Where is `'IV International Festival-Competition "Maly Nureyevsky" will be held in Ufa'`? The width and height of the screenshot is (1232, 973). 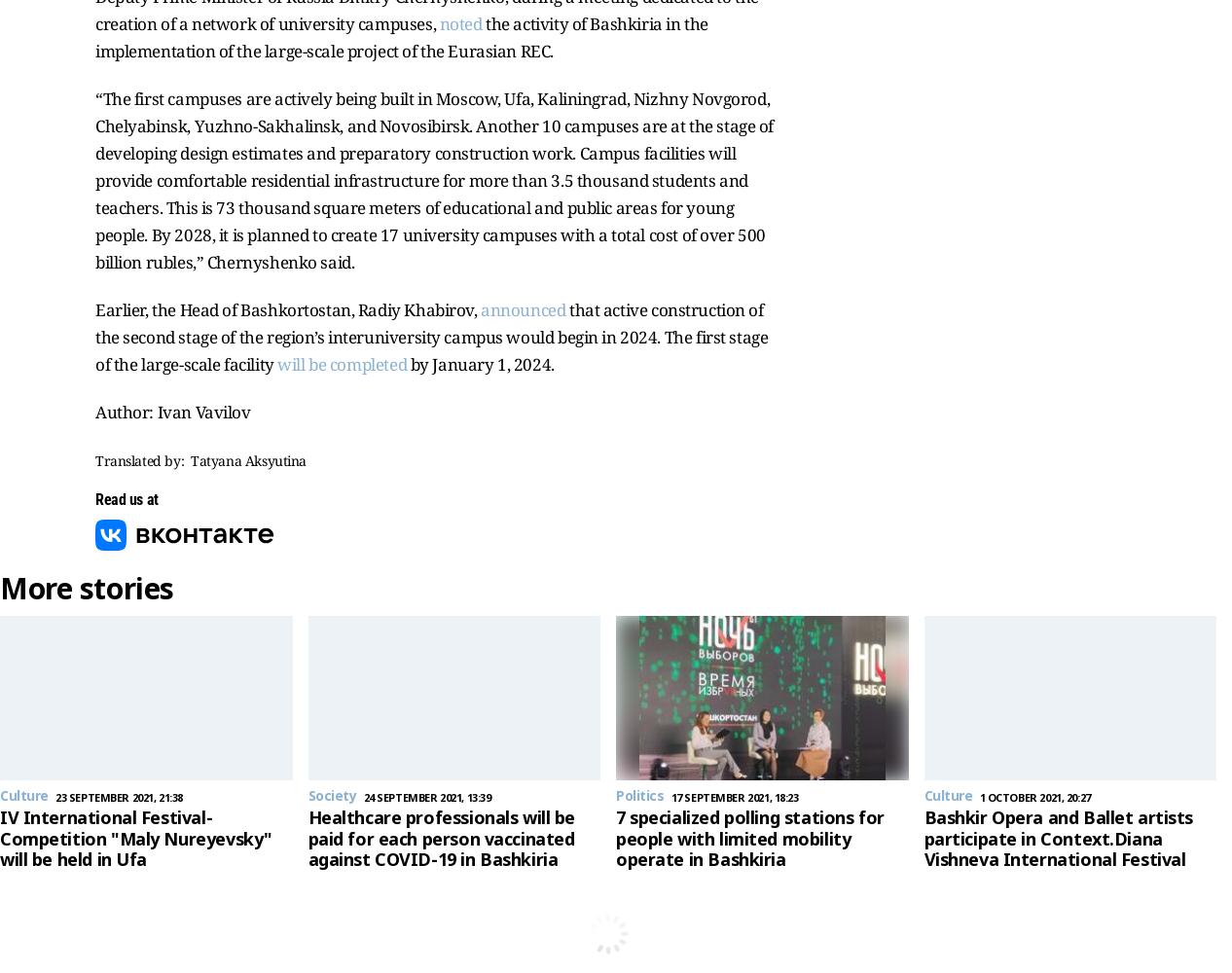 'IV International Festival-Competition "Maly Nureyevsky" will be held in Ufa' is located at coordinates (135, 837).